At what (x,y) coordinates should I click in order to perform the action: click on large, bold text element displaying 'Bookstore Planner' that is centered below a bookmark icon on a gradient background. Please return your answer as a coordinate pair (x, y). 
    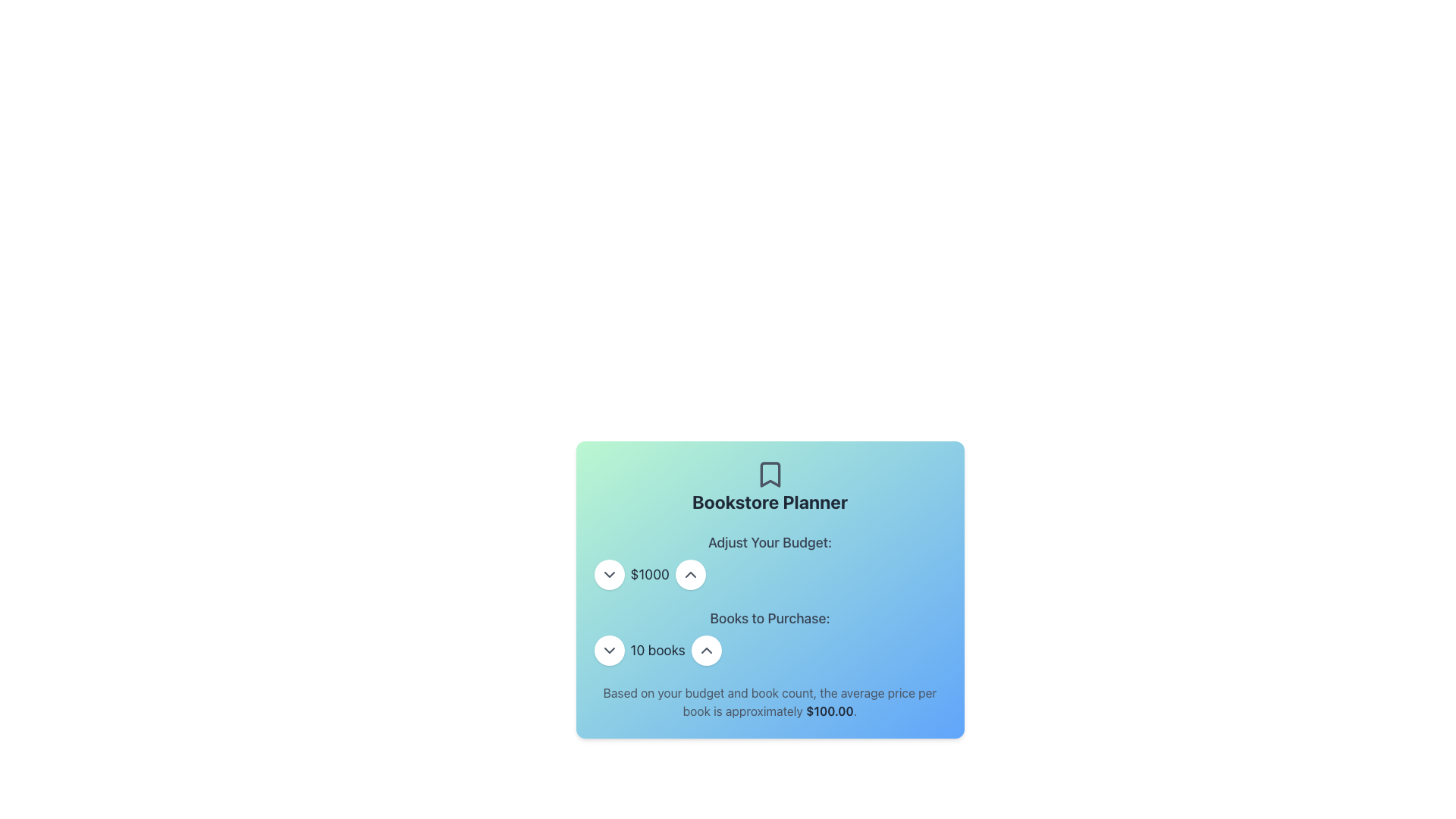
    Looking at the image, I should click on (770, 502).